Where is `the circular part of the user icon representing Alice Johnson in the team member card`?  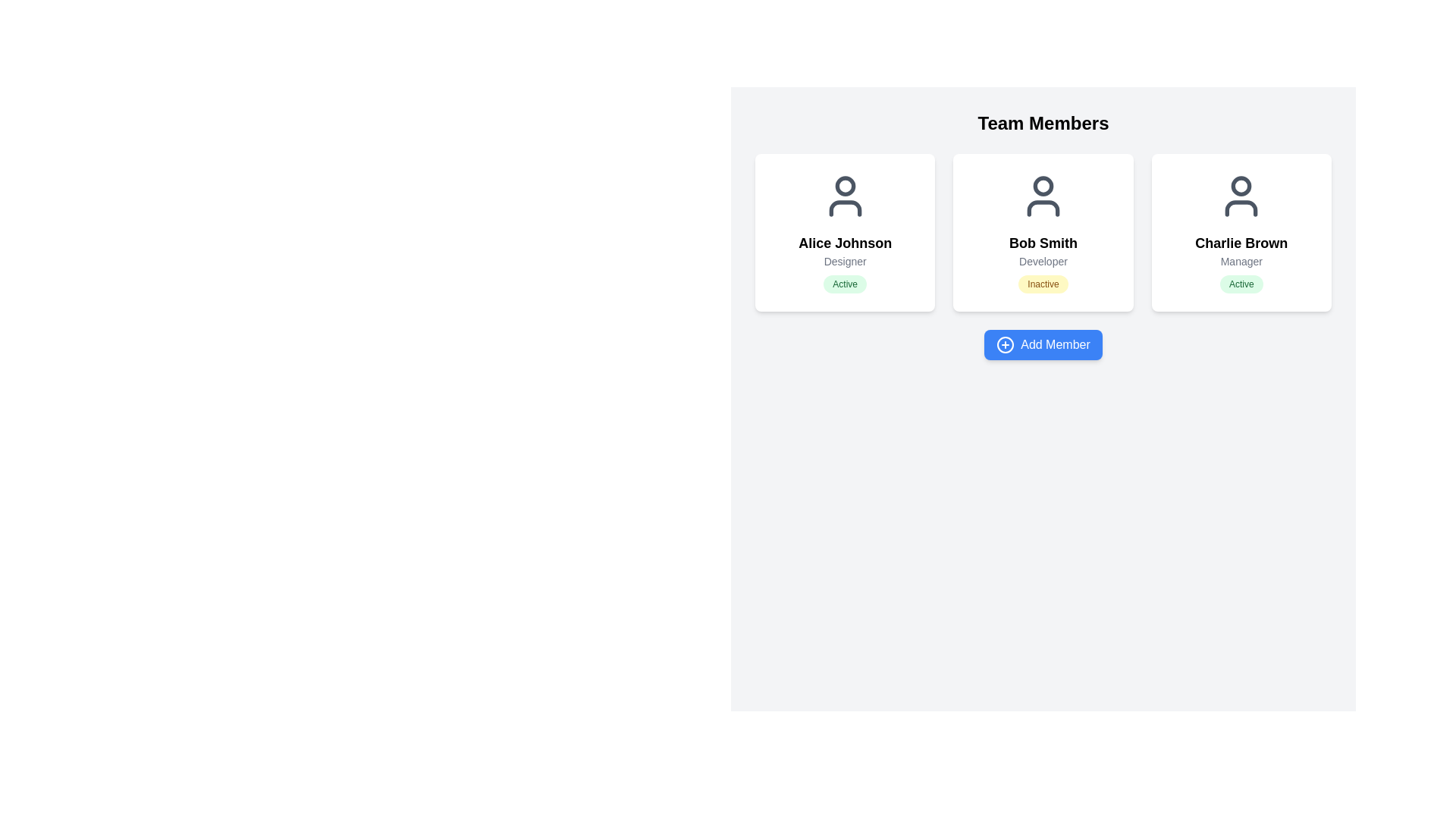
the circular part of the user icon representing Alice Johnson in the team member card is located at coordinates (844, 185).